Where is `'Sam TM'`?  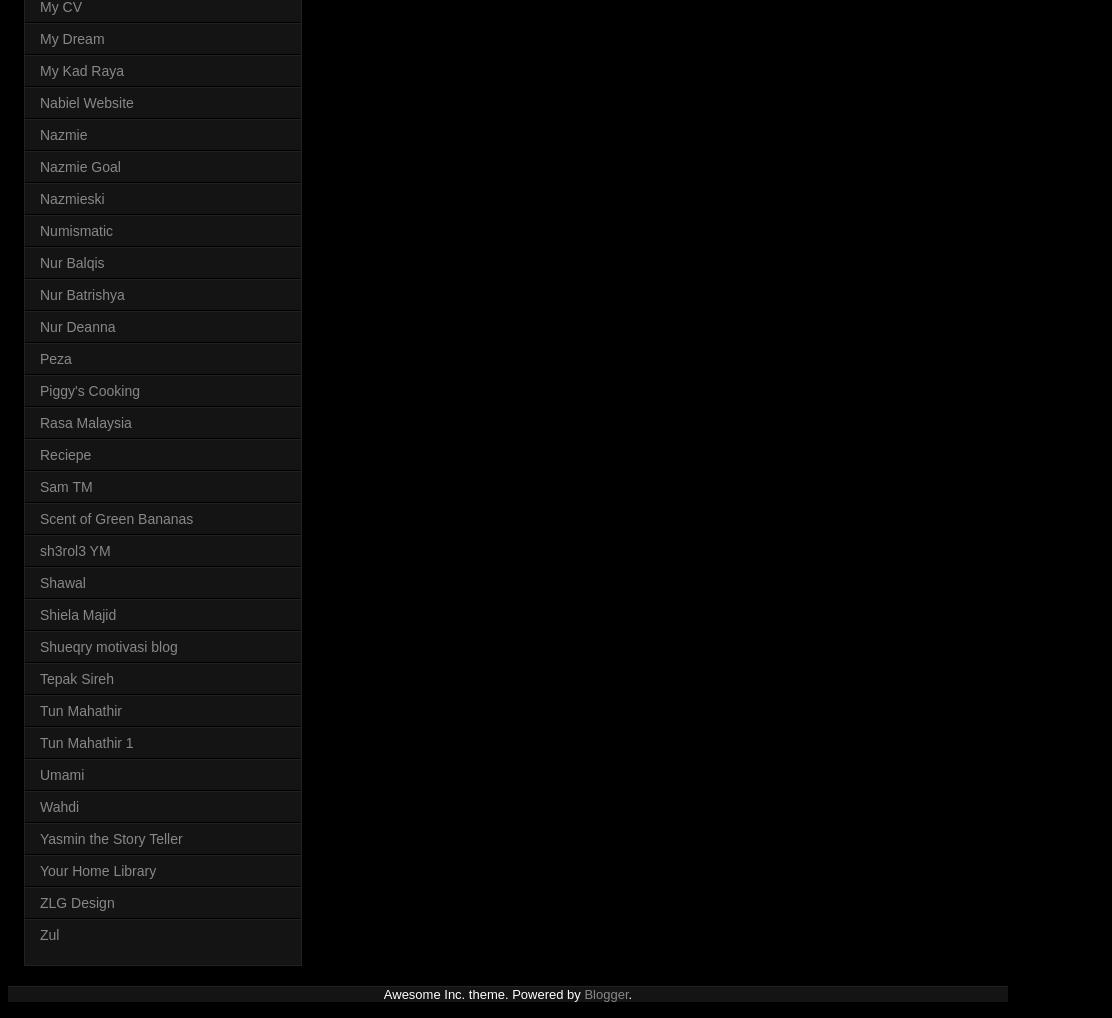
'Sam TM' is located at coordinates (66, 485).